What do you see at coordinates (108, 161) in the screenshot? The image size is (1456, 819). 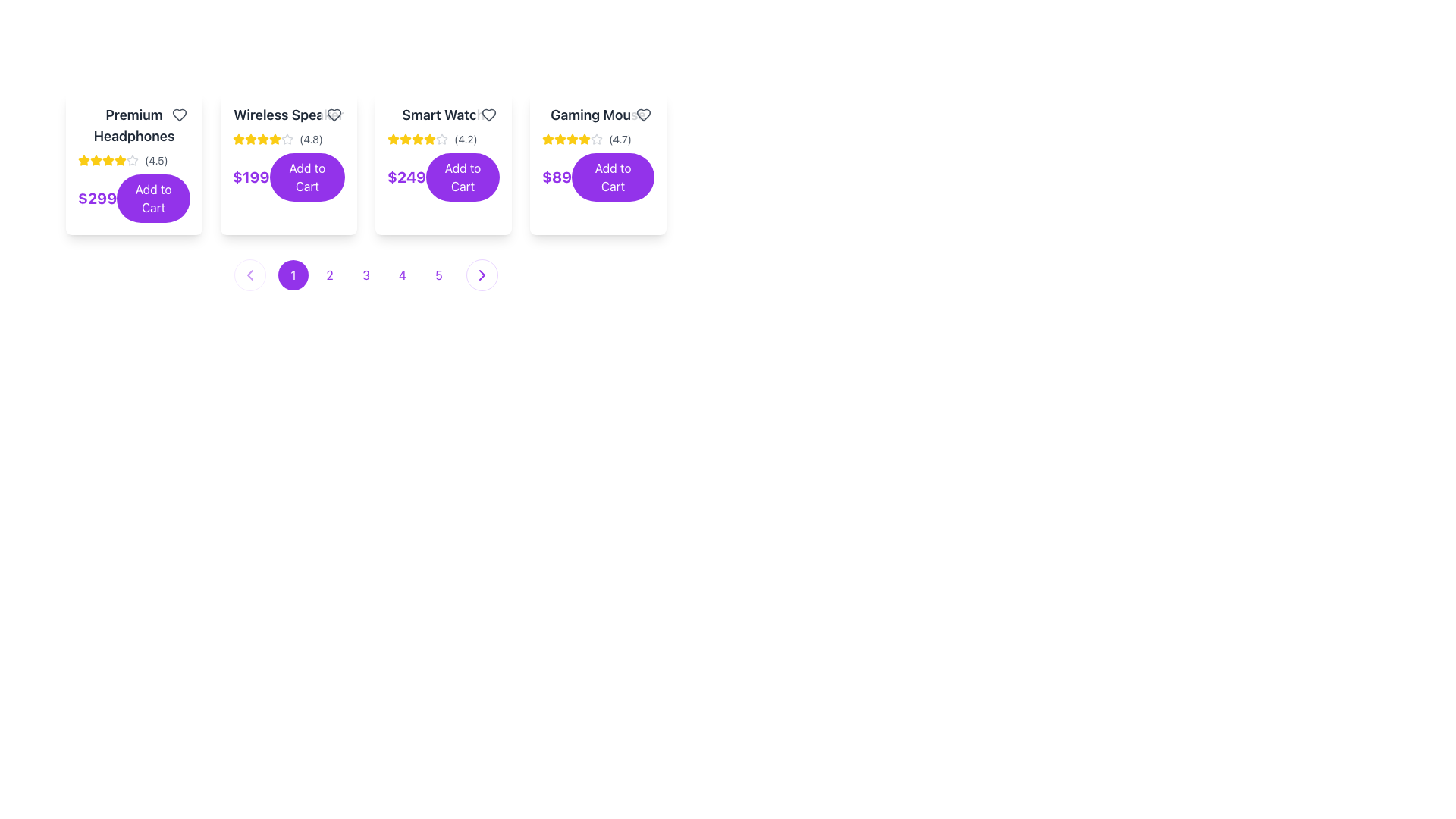 I see `the fifth star in the rating display for the 'Premium Headphones' product card` at bounding box center [108, 161].